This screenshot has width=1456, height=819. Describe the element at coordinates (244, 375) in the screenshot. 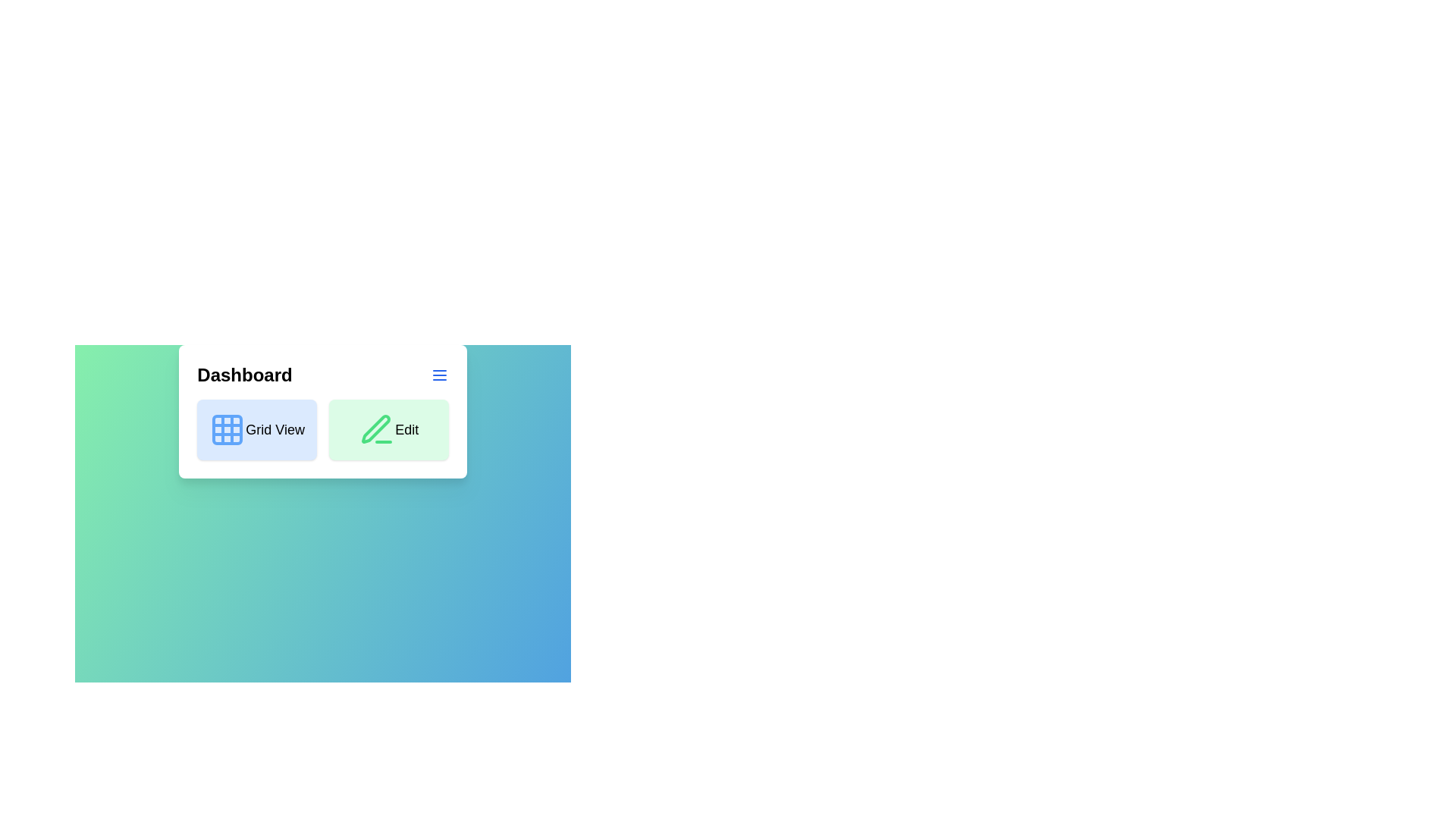

I see `the 'Dashboard' title for inspection` at that location.